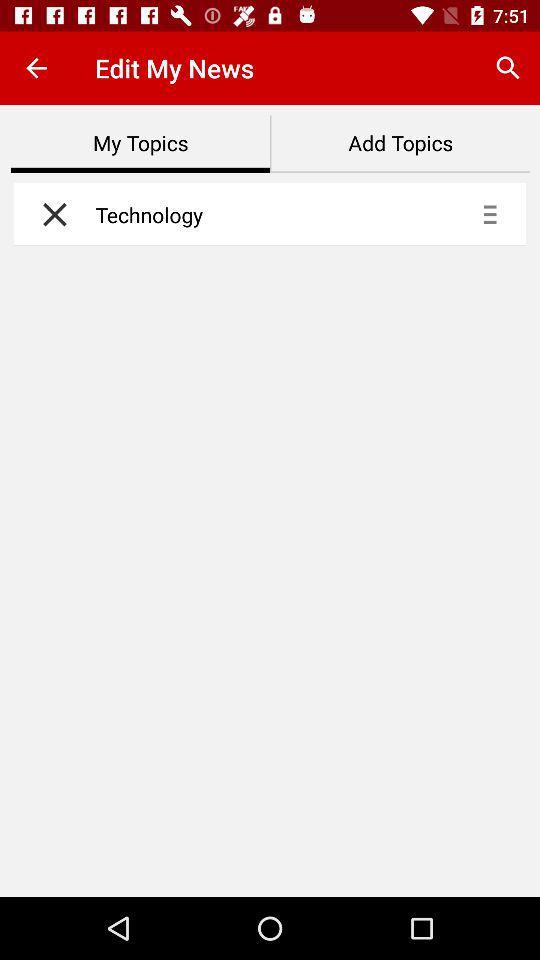 This screenshot has height=960, width=540. What do you see at coordinates (400, 143) in the screenshot?
I see `add topics item` at bounding box center [400, 143].